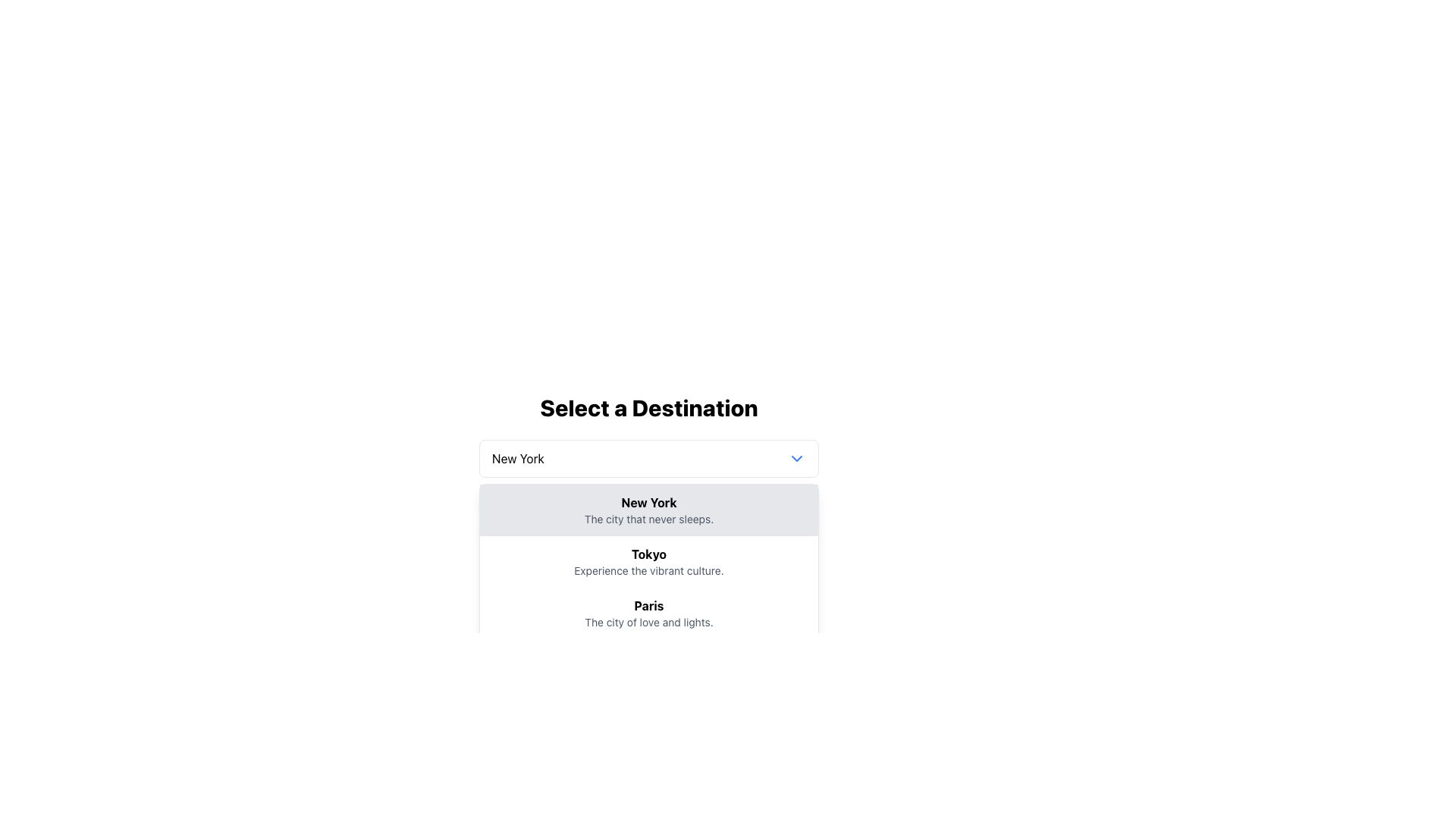 The height and width of the screenshot is (819, 1456). I want to click on the dropdown indicator icon located to the right of the text 'New York', so click(796, 458).